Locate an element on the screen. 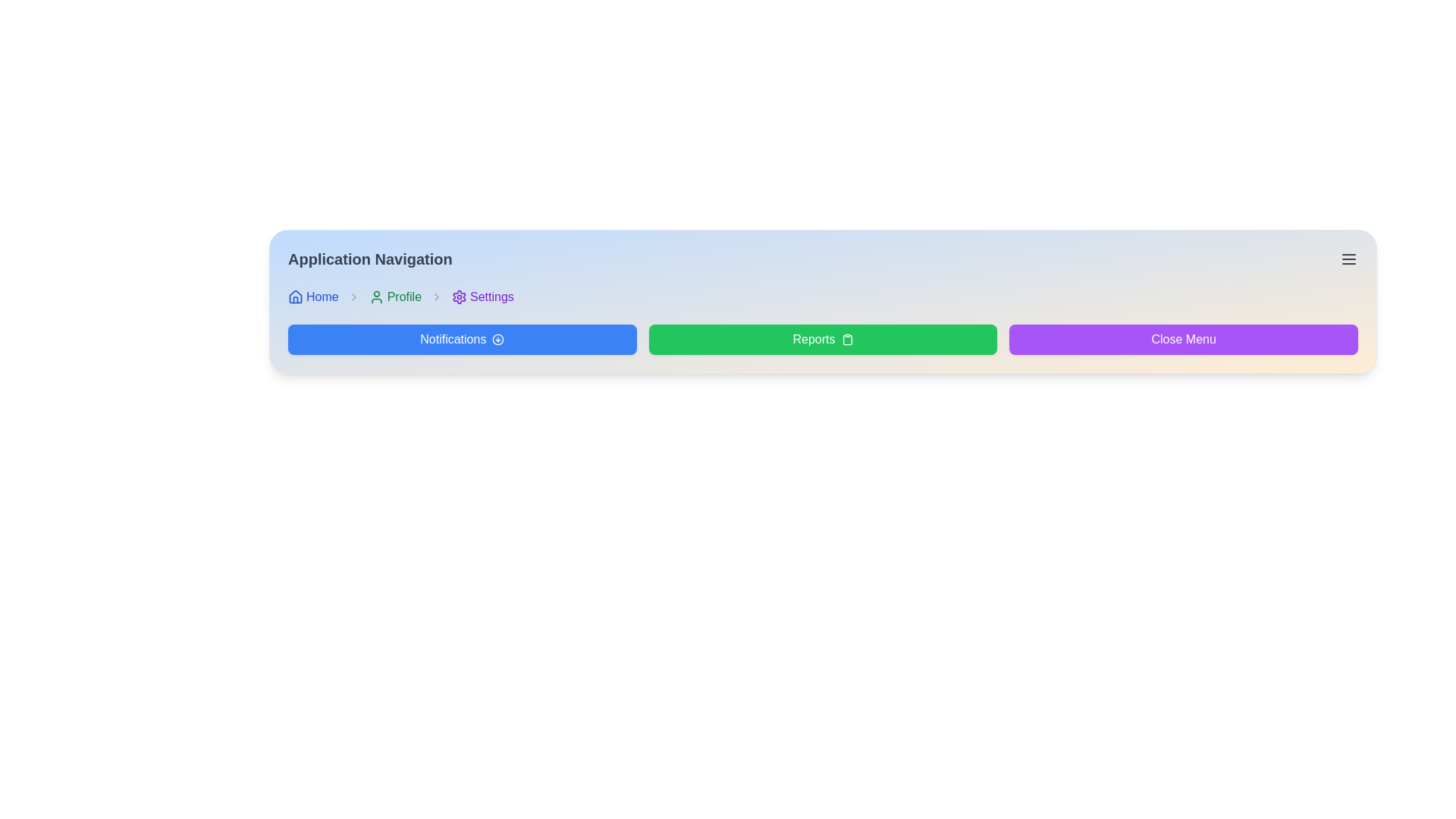 The width and height of the screenshot is (1456, 819). the 'Home' hyperlink with a house icon located in the top-left corner of the navigation bar is located at coordinates (312, 297).